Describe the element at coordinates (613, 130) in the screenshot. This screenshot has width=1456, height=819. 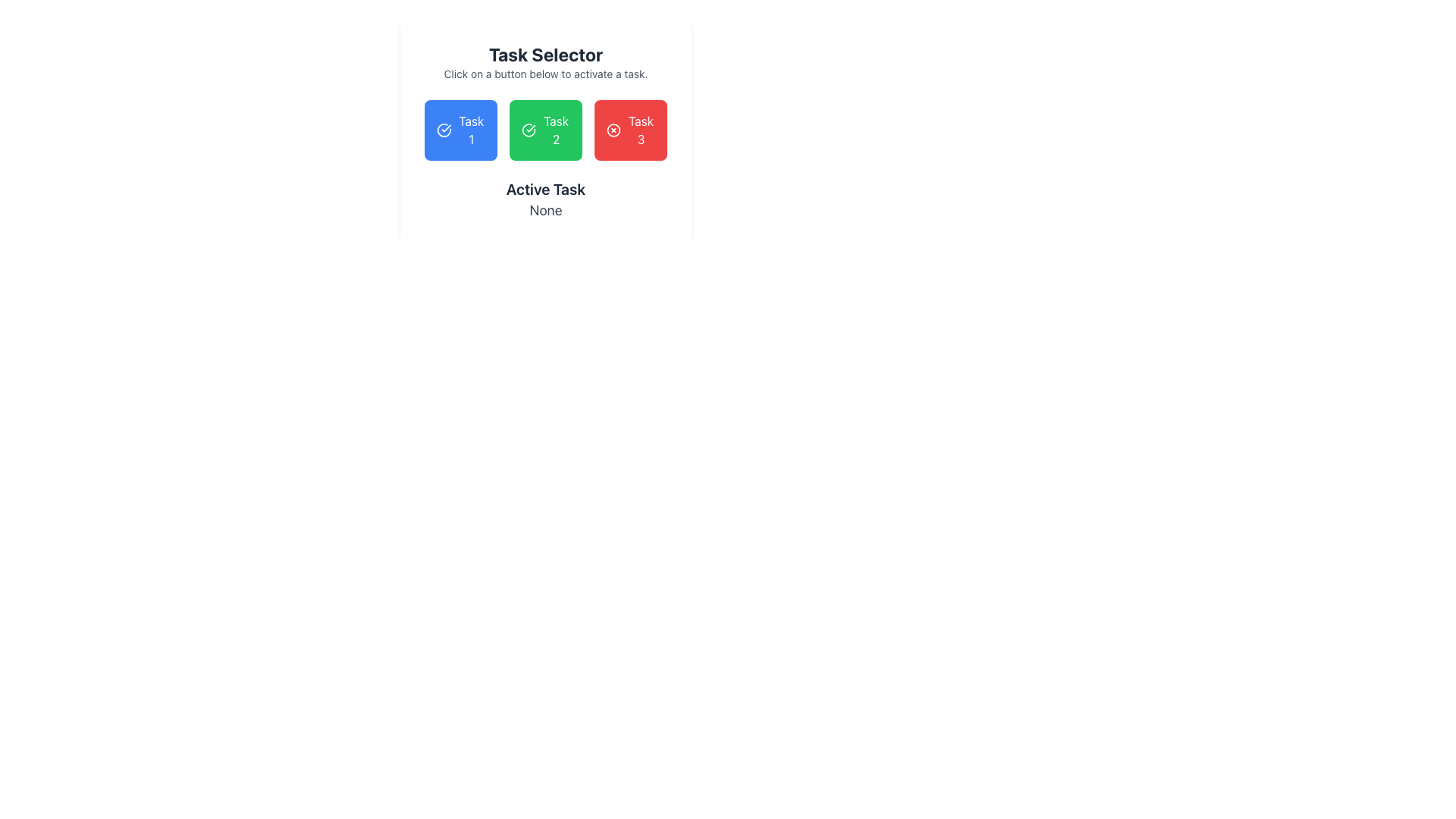
I see `the cancellation icon within the red 'Task 3' button` at that location.